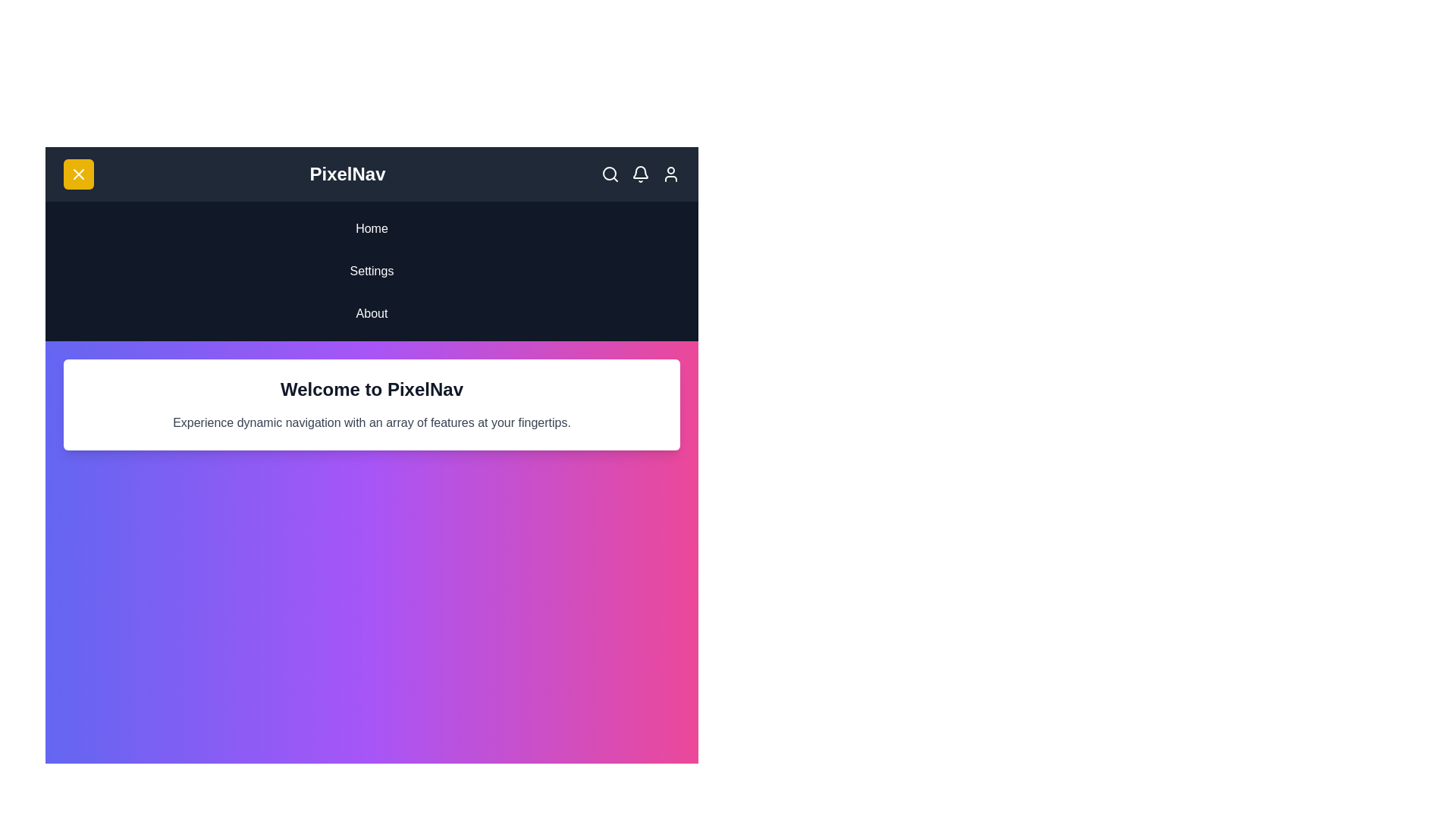 The image size is (1456, 819). What do you see at coordinates (670, 174) in the screenshot?
I see `the 'User' icon to open the user menu` at bounding box center [670, 174].